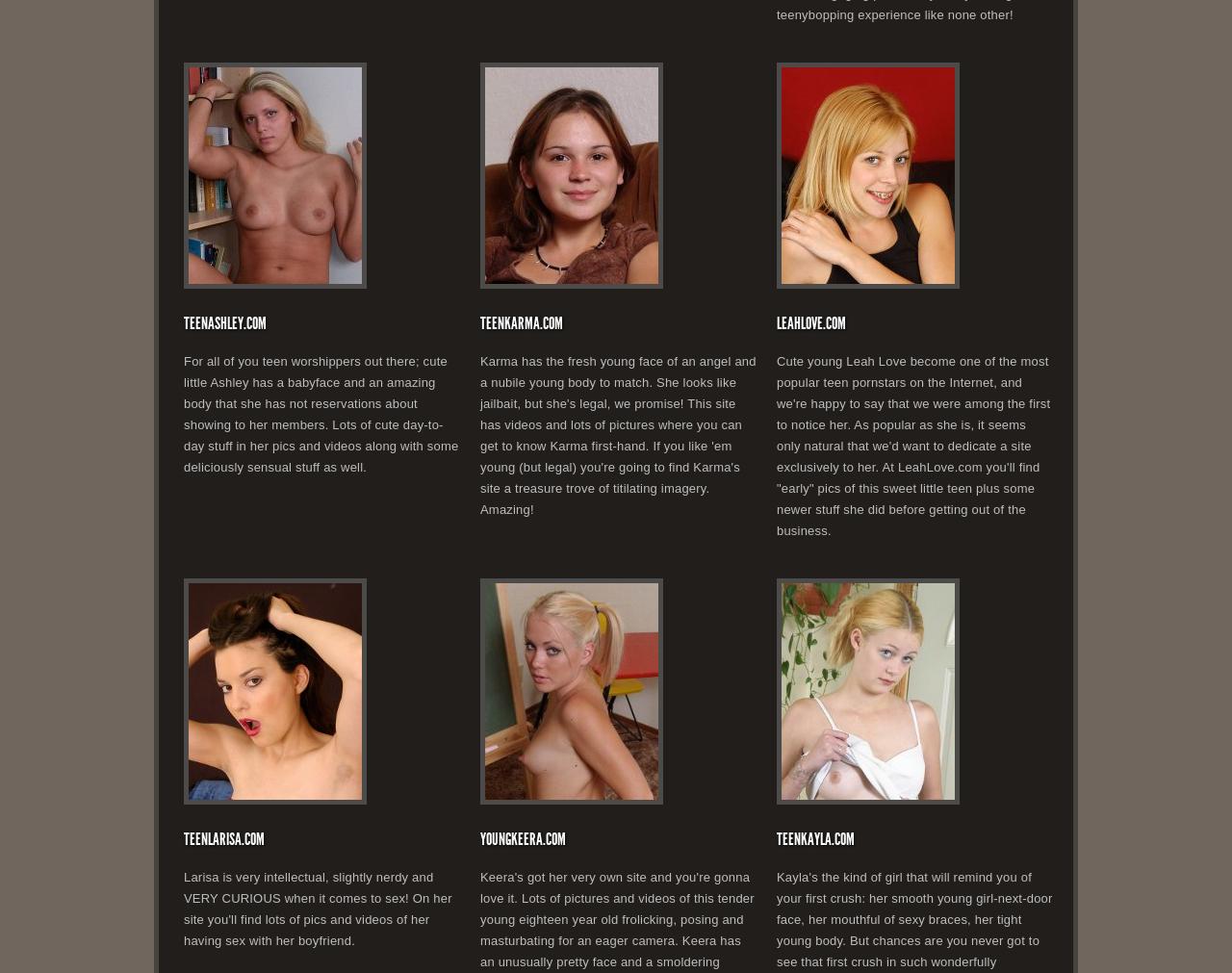 The height and width of the screenshot is (973, 1232). I want to click on 'LeahLove.com', so click(811, 322).